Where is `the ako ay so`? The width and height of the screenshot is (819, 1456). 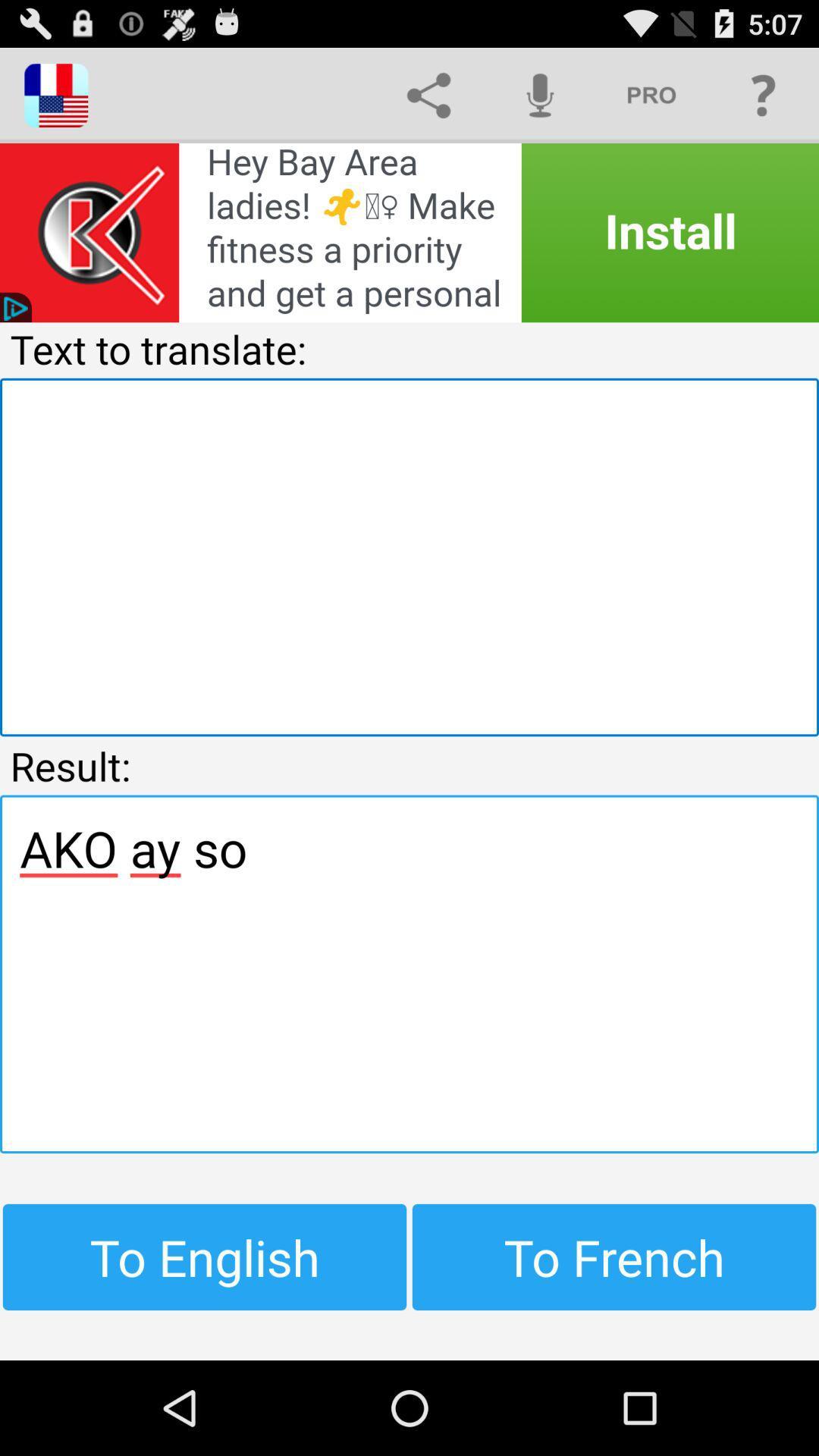 the ako ay so is located at coordinates (409, 974).